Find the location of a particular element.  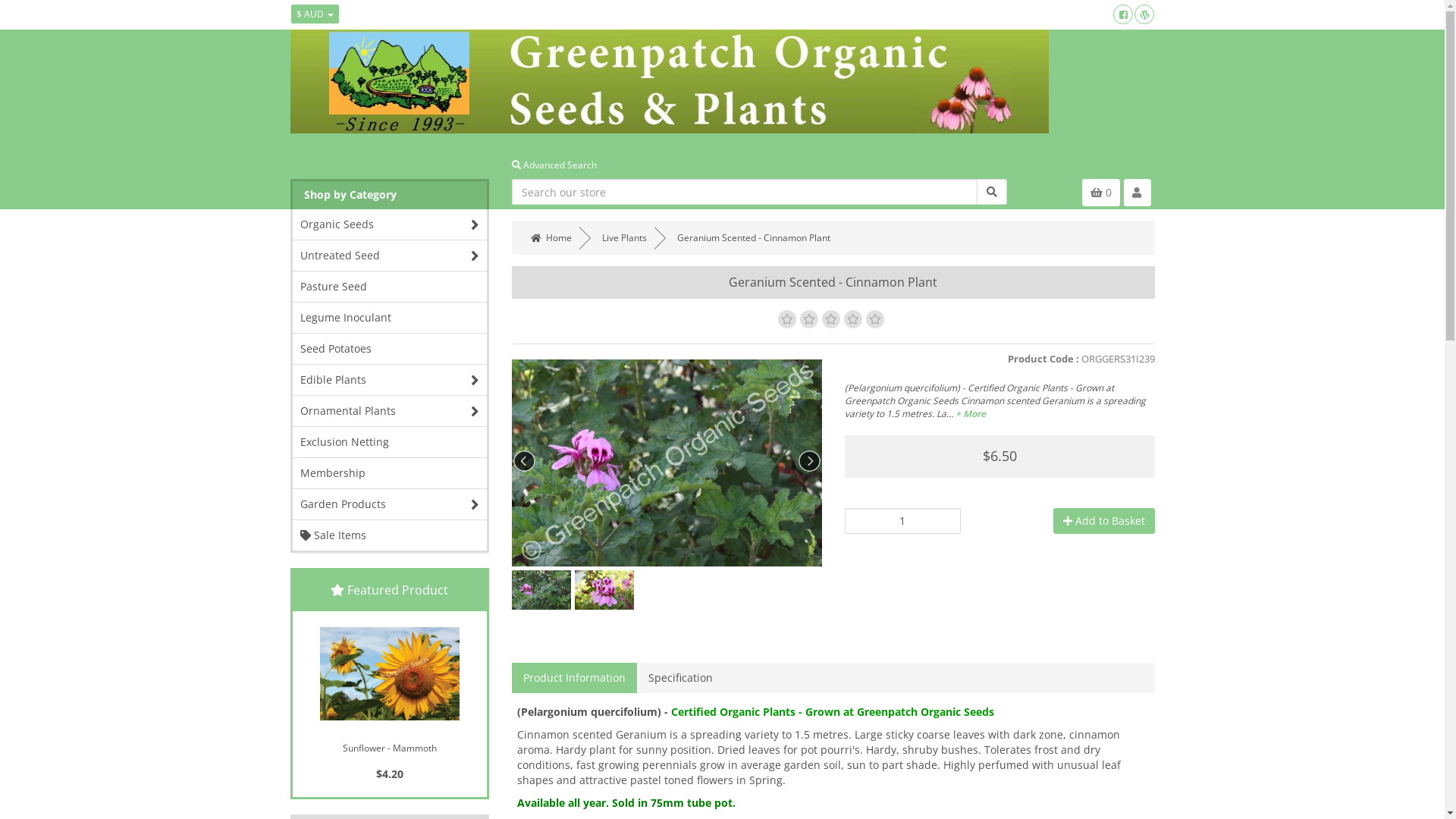

'Product Information' is located at coordinates (512, 677).